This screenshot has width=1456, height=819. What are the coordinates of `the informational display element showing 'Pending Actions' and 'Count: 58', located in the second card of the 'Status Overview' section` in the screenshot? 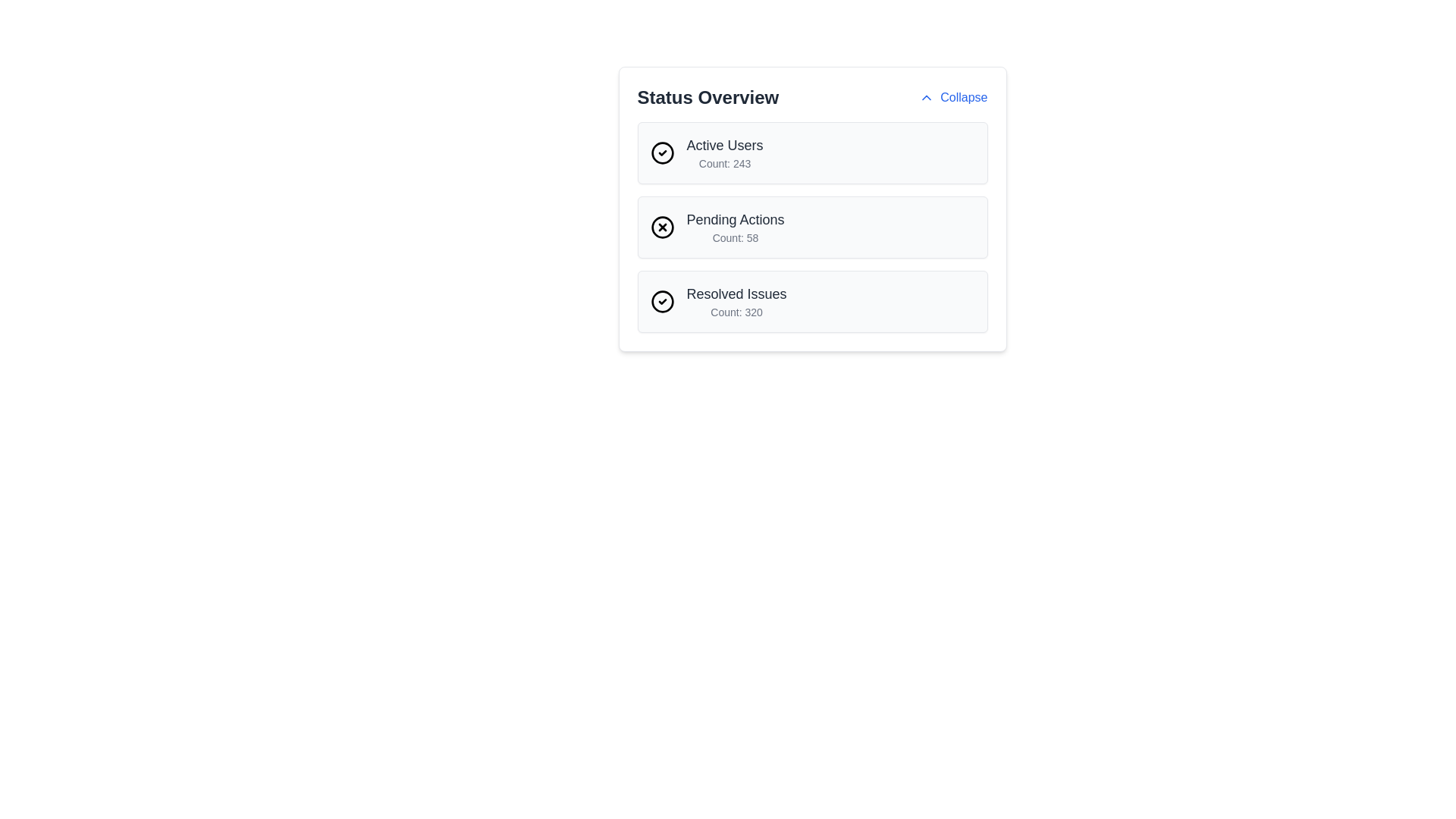 It's located at (735, 227).